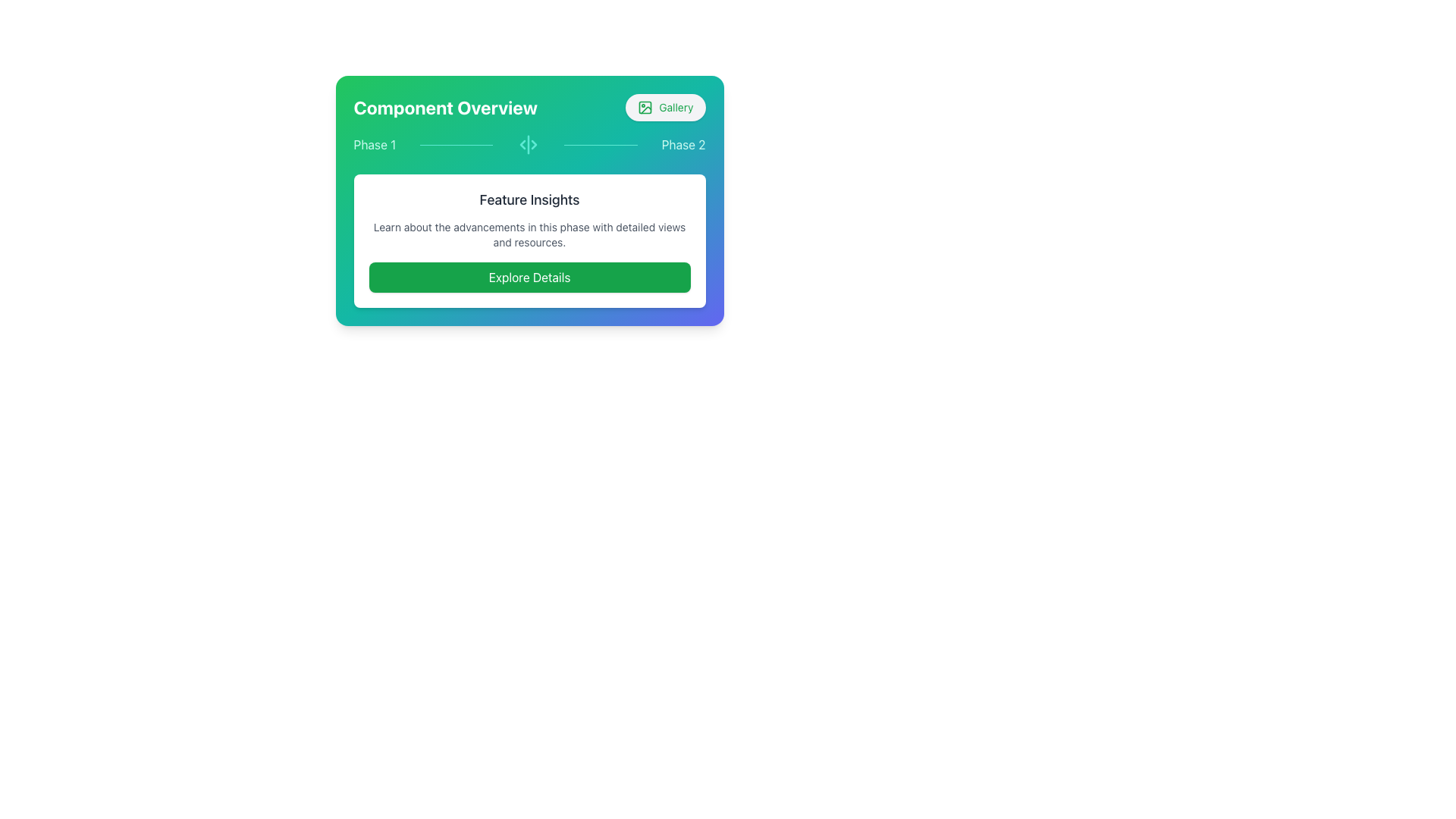  I want to click on the horizontal divider element with a light teal background, located between the 'Phase 1' text and an icon, so click(456, 145).